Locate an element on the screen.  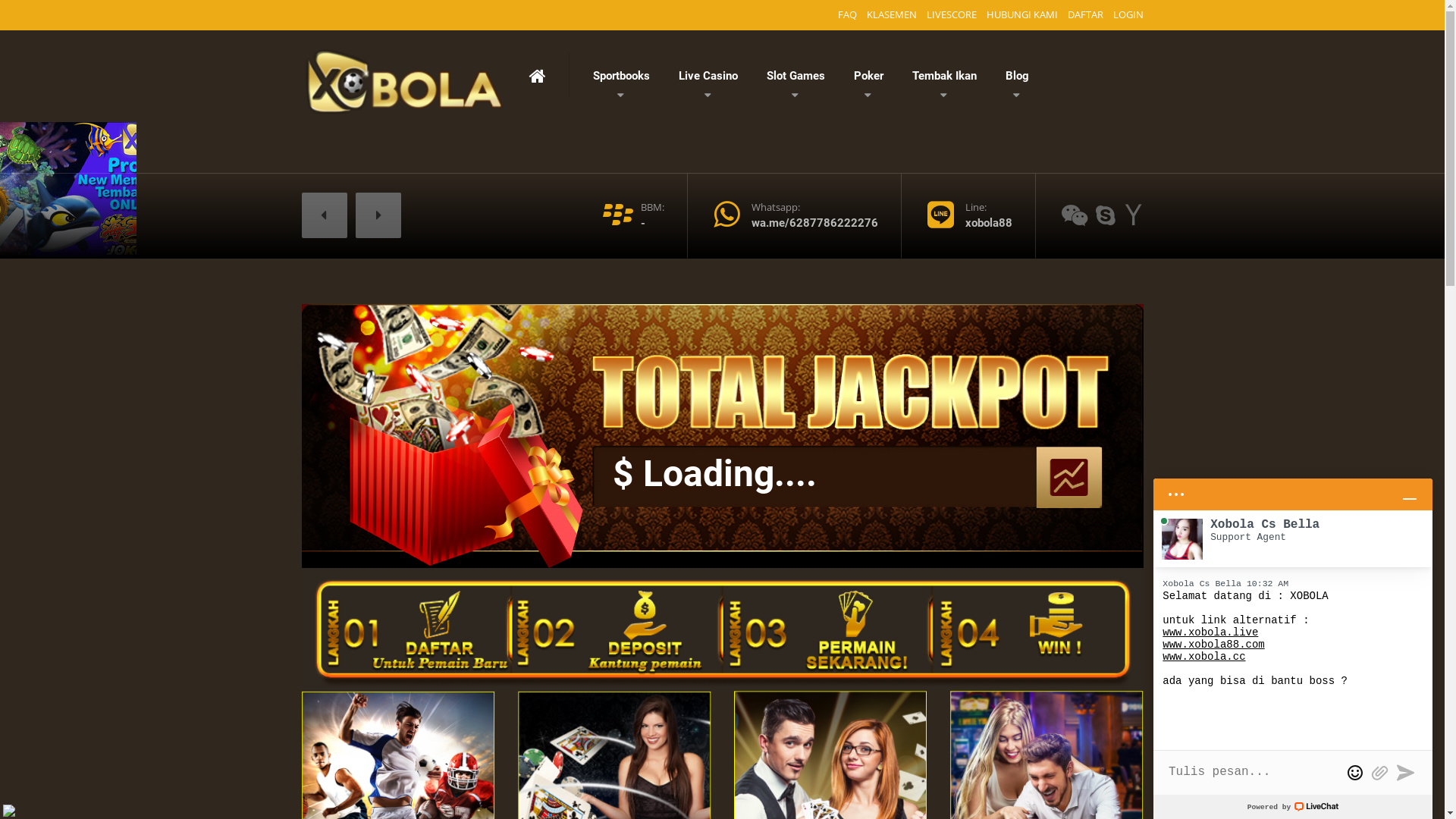
'Sportbooks' is located at coordinates (620, 76).